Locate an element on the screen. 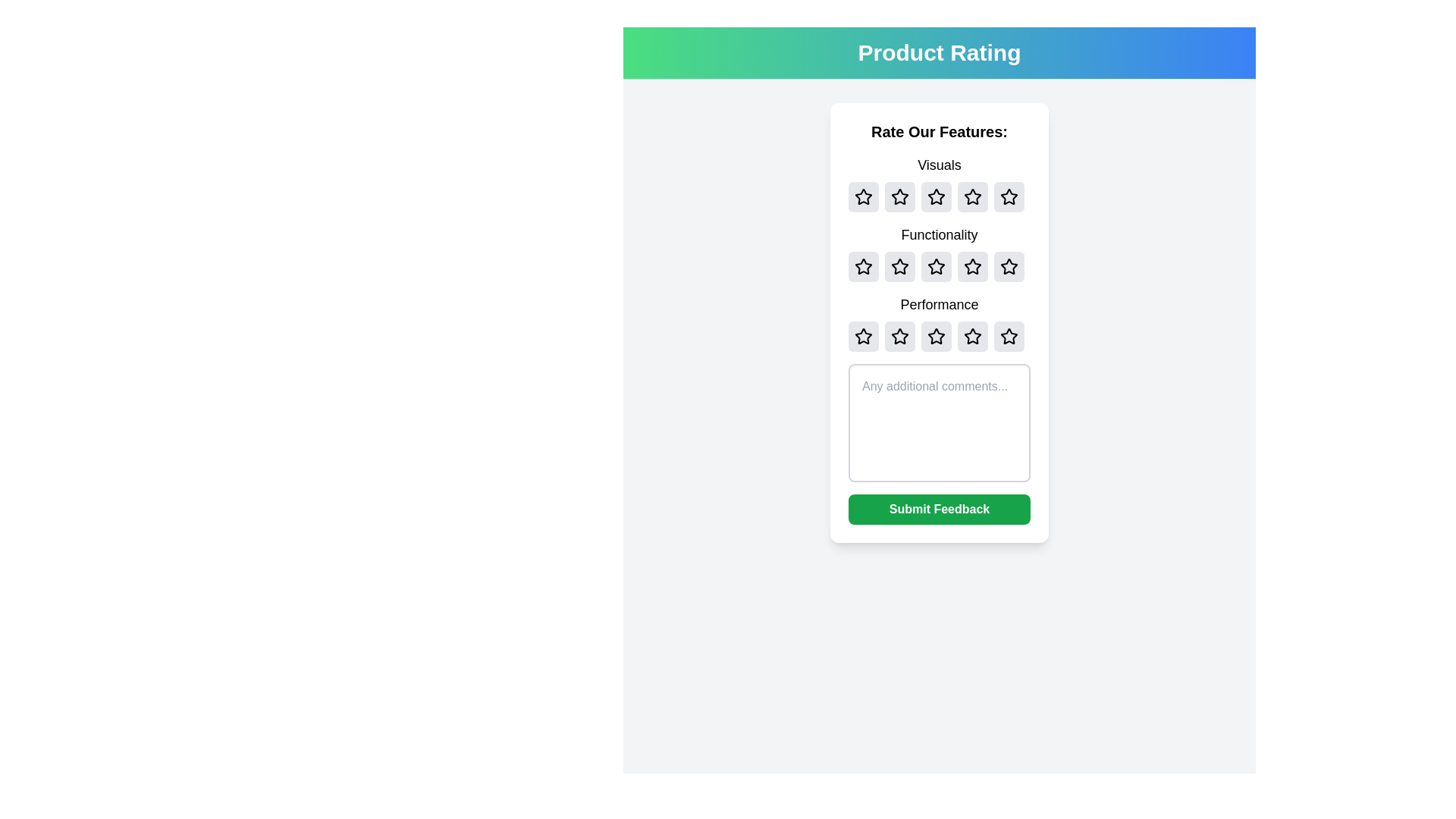  the first star-shaped Rating icon under the 'Performance' label is located at coordinates (863, 335).